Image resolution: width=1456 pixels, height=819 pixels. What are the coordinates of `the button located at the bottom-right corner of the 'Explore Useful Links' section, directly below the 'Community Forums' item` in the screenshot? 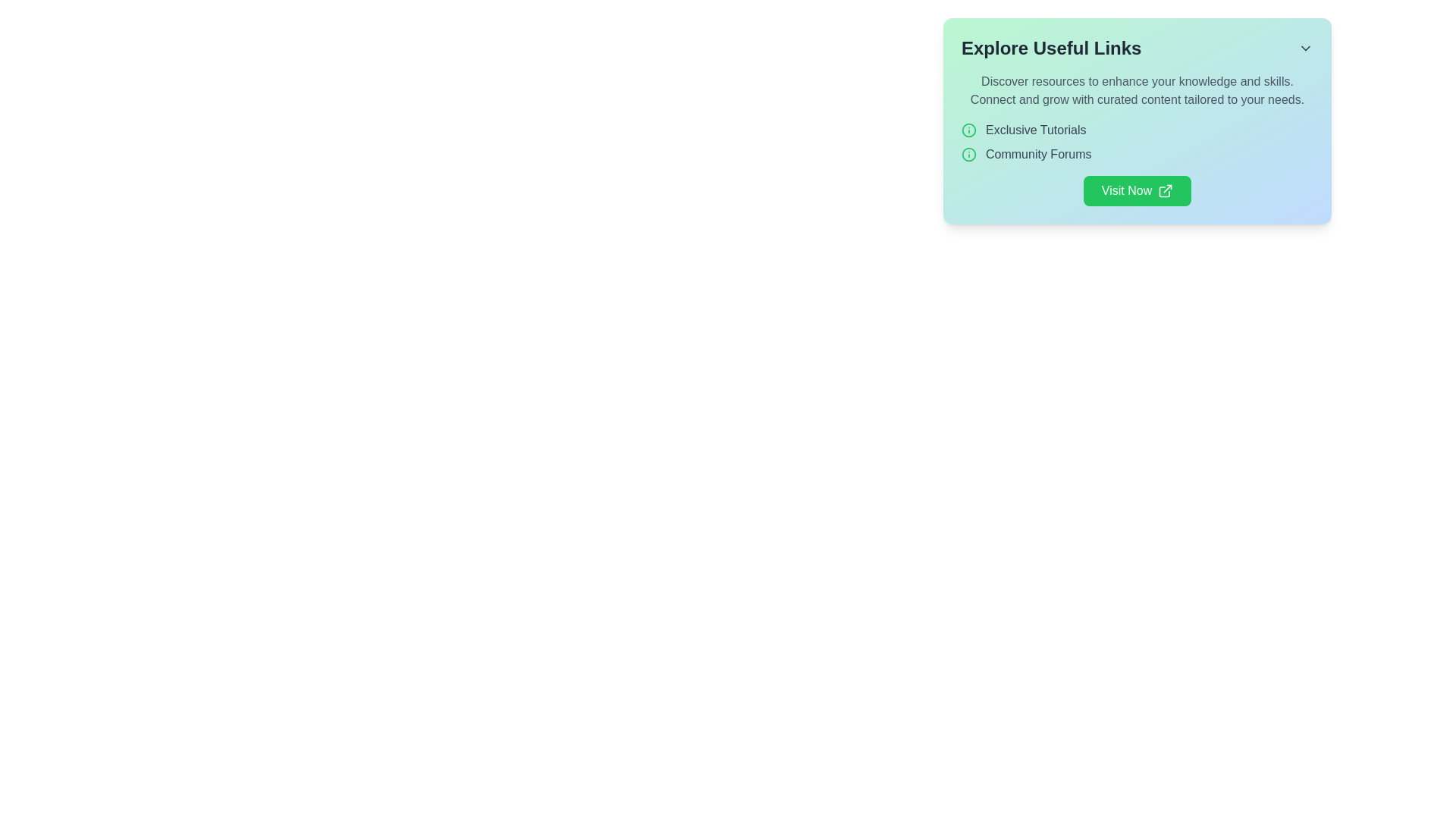 It's located at (1137, 190).